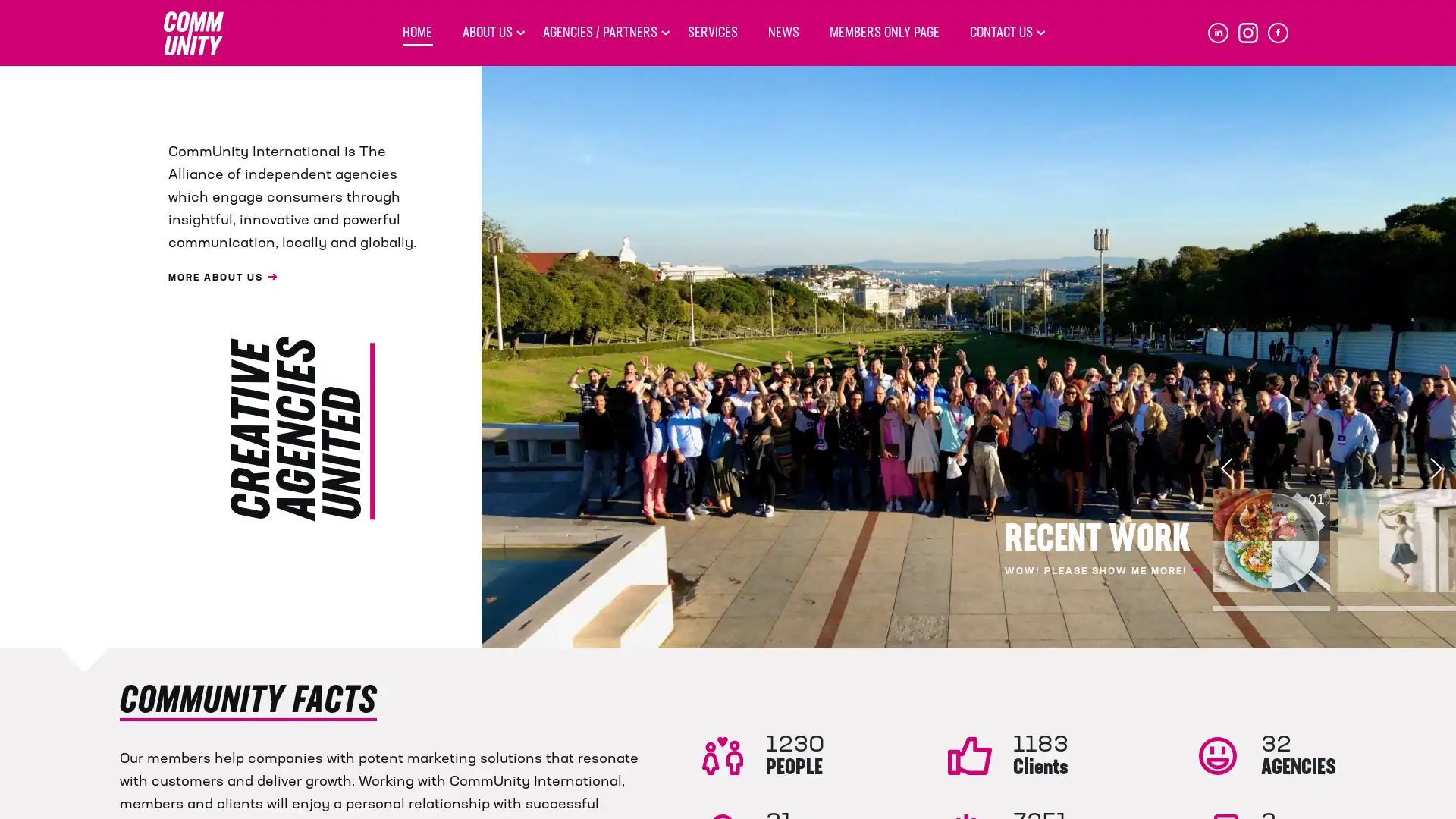 This screenshot has width=1456, height=819. Describe the element at coordinates (1233, 475) in the screenshot. I see `Previous slide` at that location.